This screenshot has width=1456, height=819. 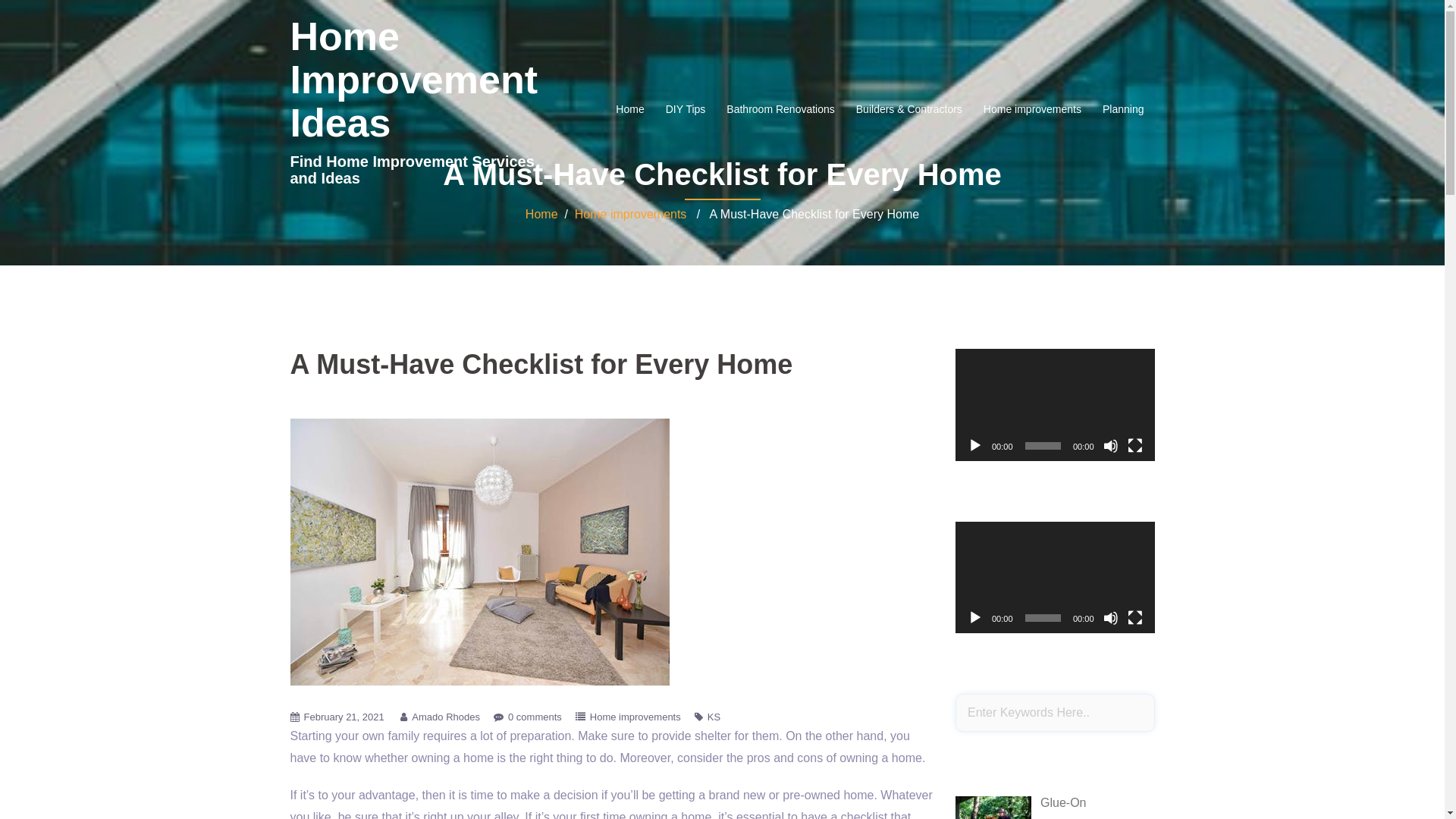 I want to click on 'Builders & Contractors', so click(x=855, y=108).